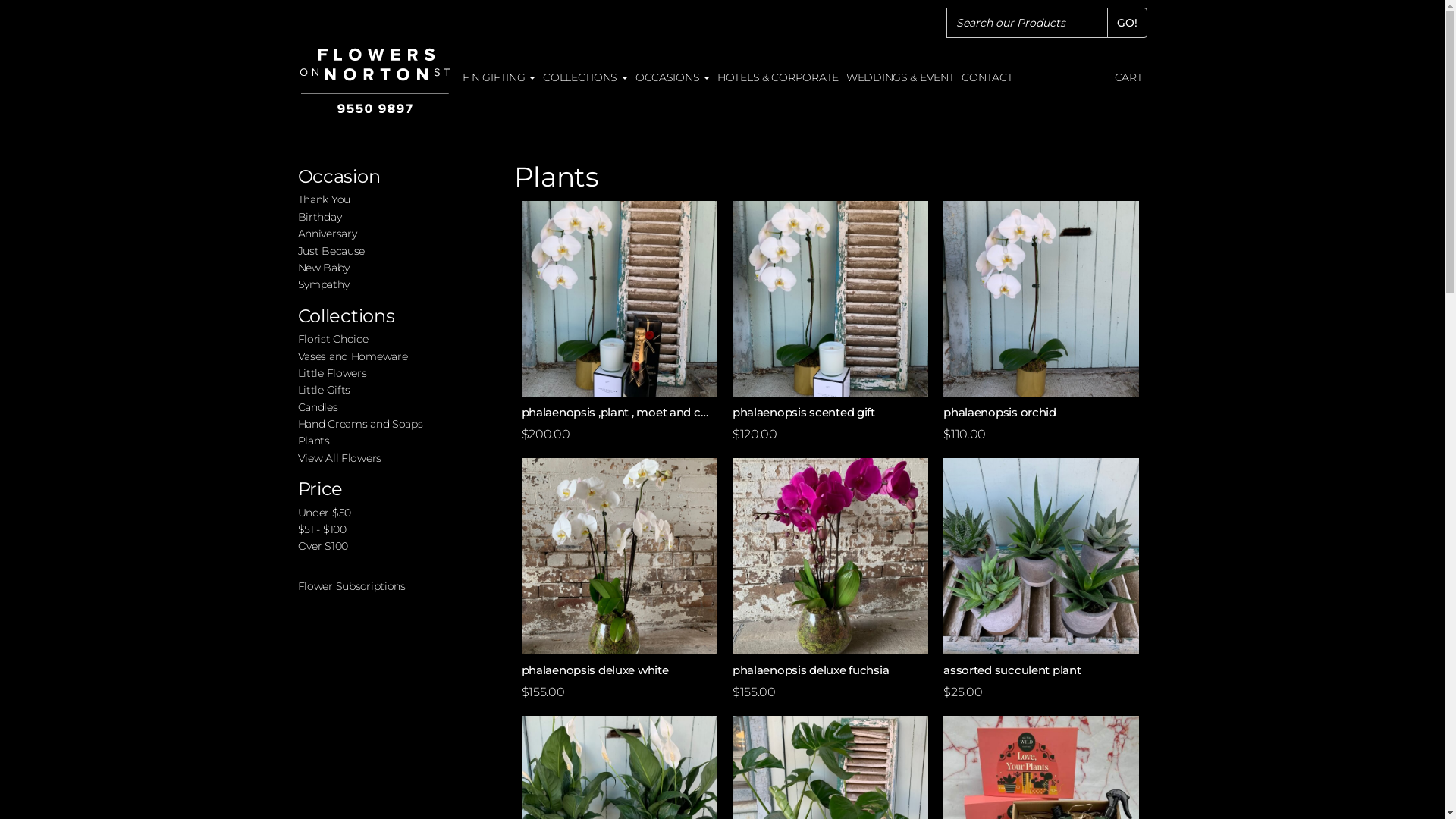  I want to click on 'Price', so click(319, 488).